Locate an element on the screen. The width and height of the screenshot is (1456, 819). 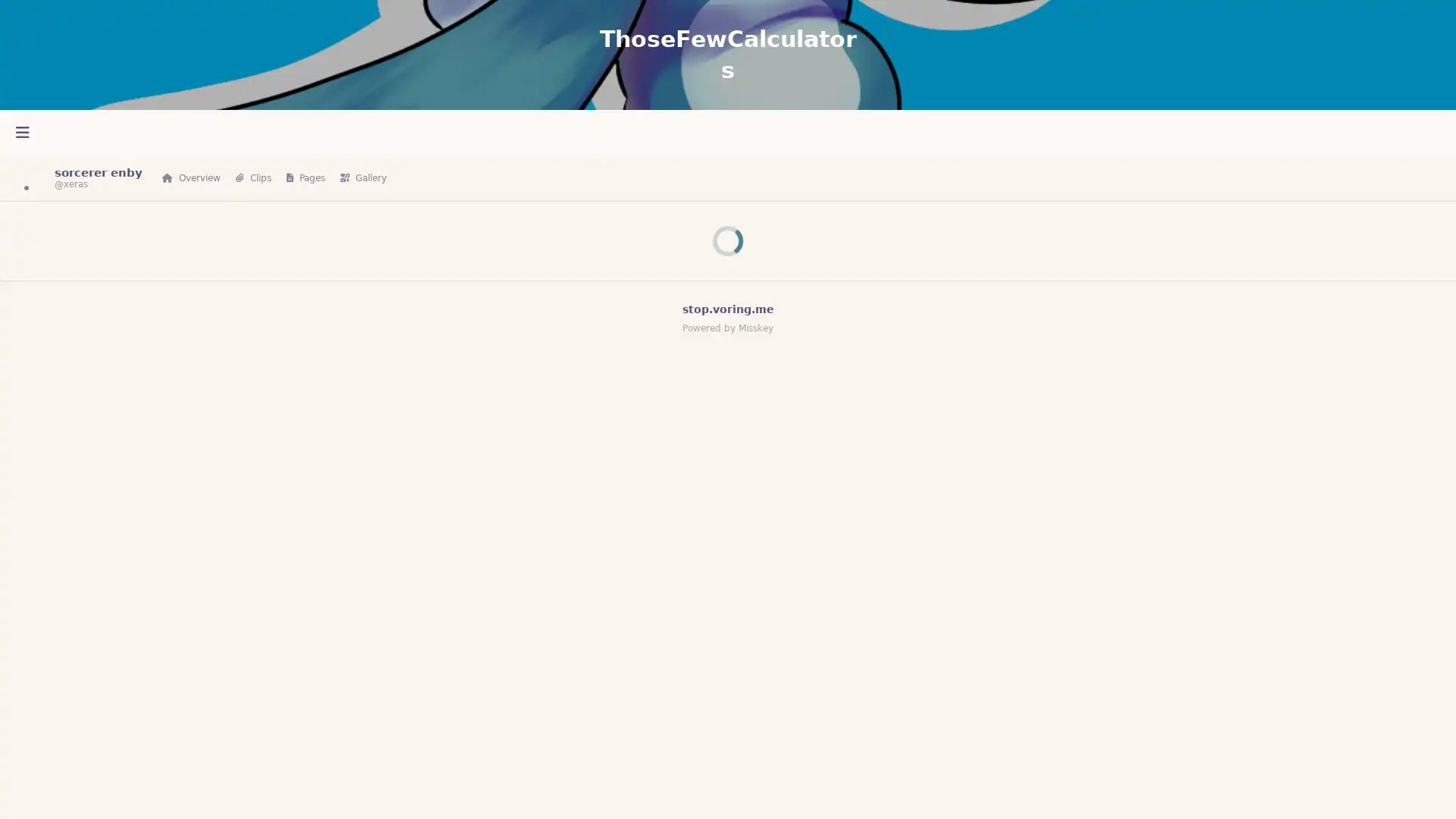
Clips is located at coordinates (253, 177).